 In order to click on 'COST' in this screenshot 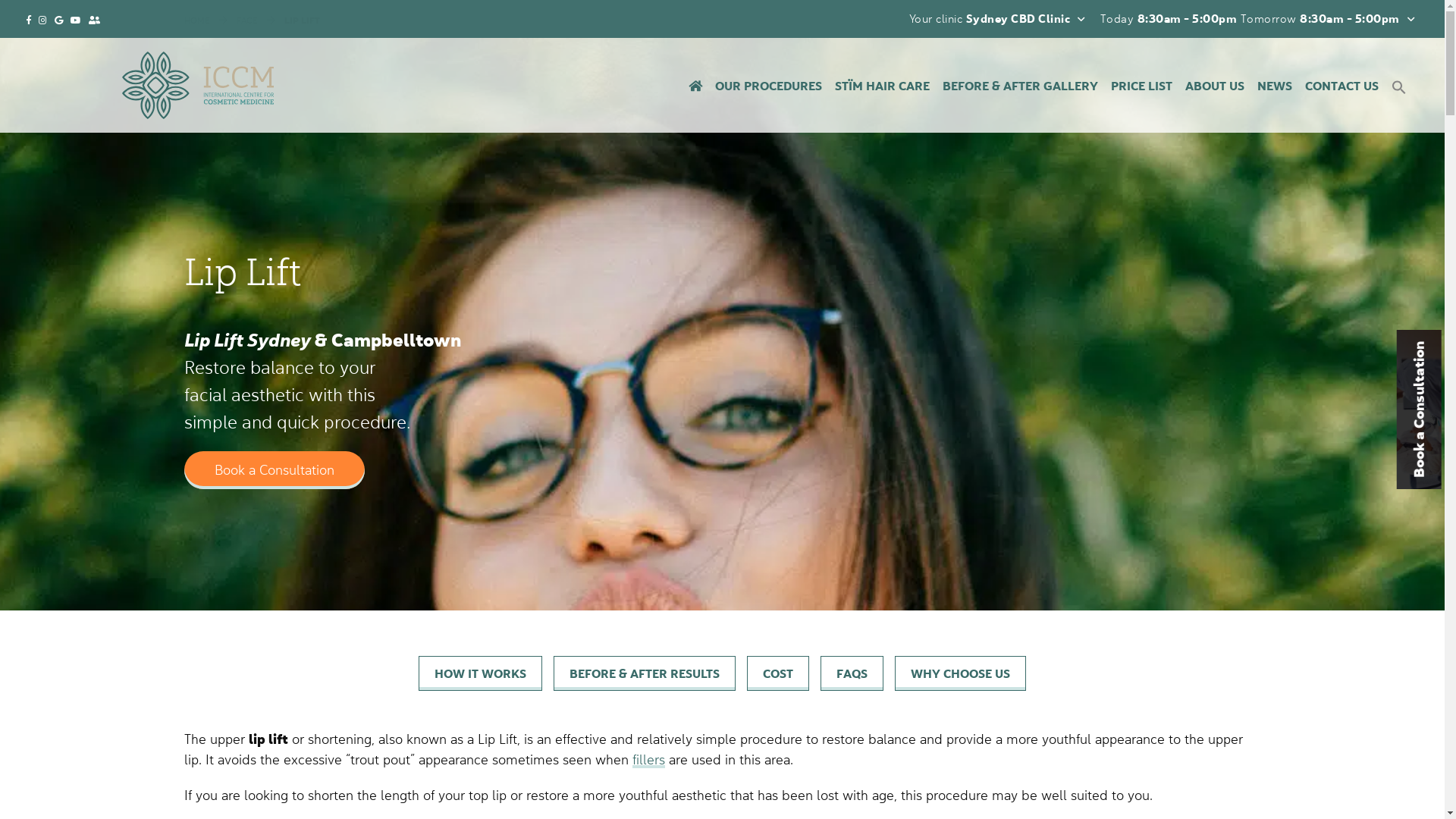, I will do `click(778, 672)`.